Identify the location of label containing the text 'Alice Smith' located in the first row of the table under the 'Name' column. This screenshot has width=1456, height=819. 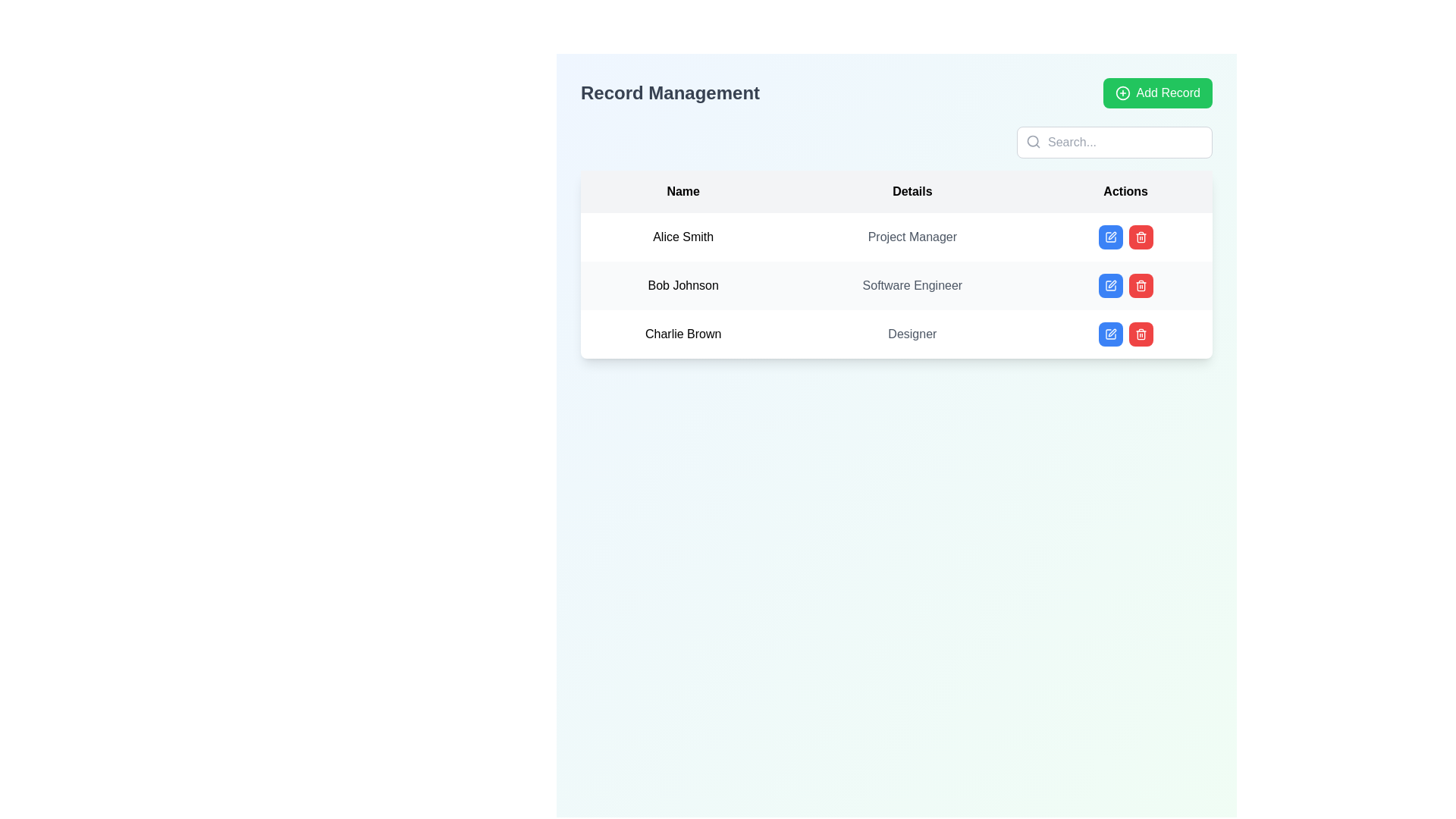
(682, 237).